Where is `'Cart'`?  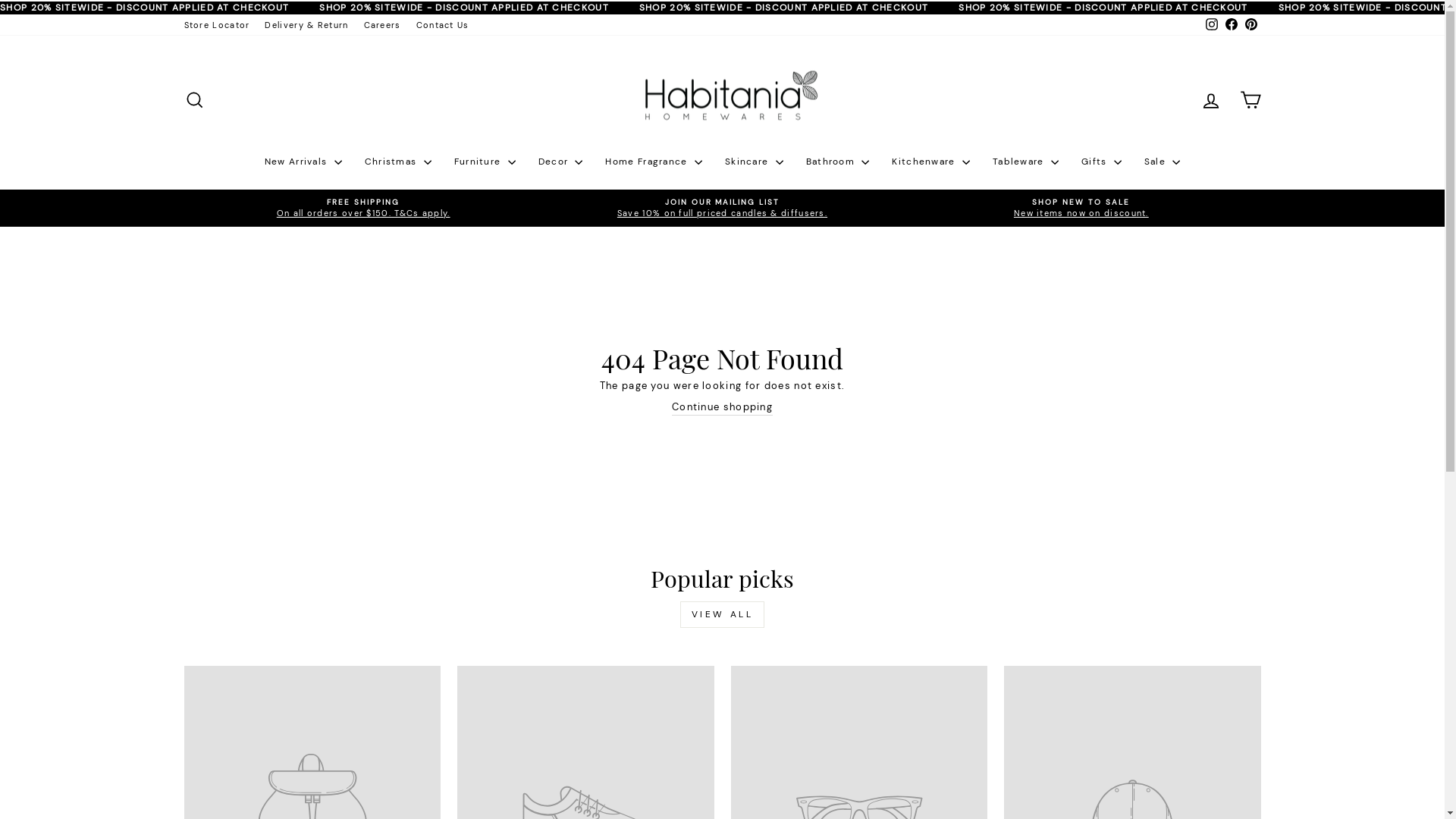
'Cart' is located at coordinates (1249, 100).